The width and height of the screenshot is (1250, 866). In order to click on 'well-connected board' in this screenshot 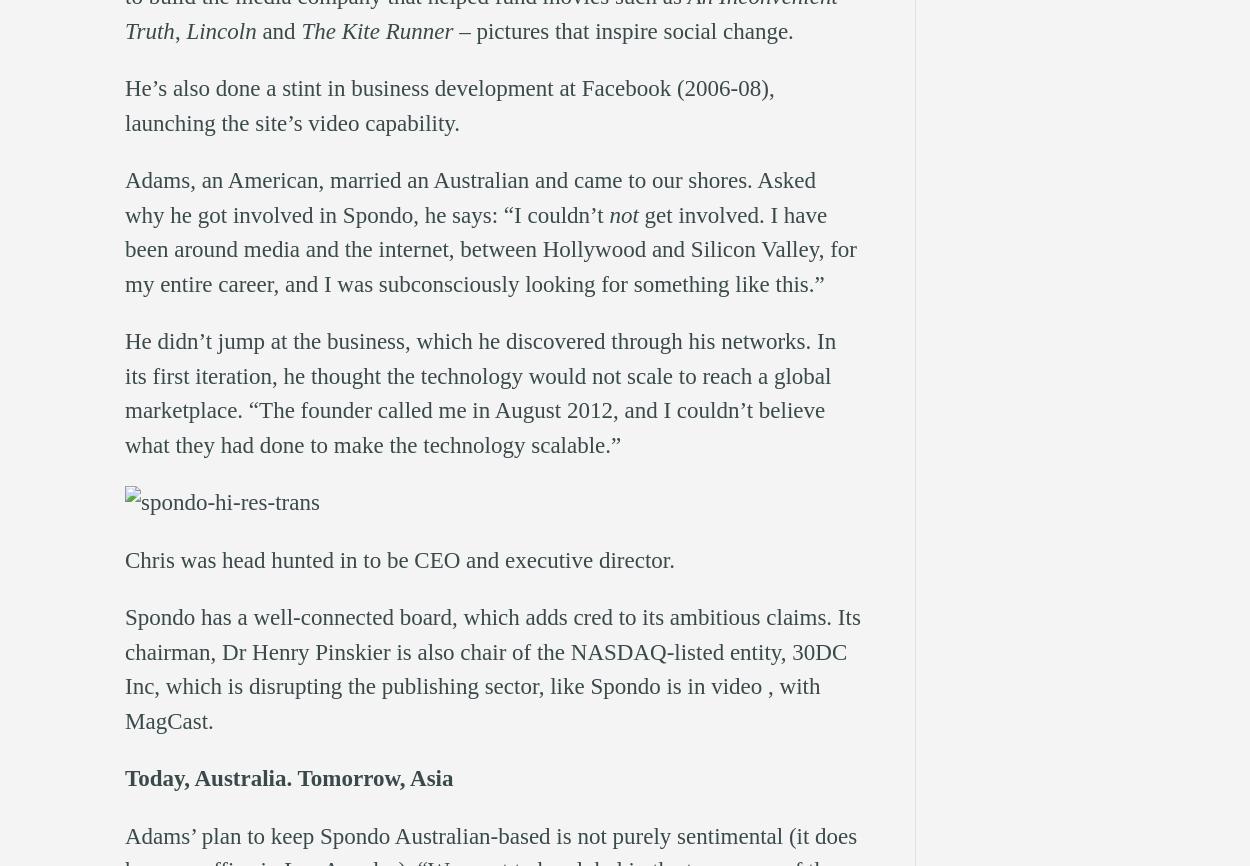, I will do `click(351, 617)`.